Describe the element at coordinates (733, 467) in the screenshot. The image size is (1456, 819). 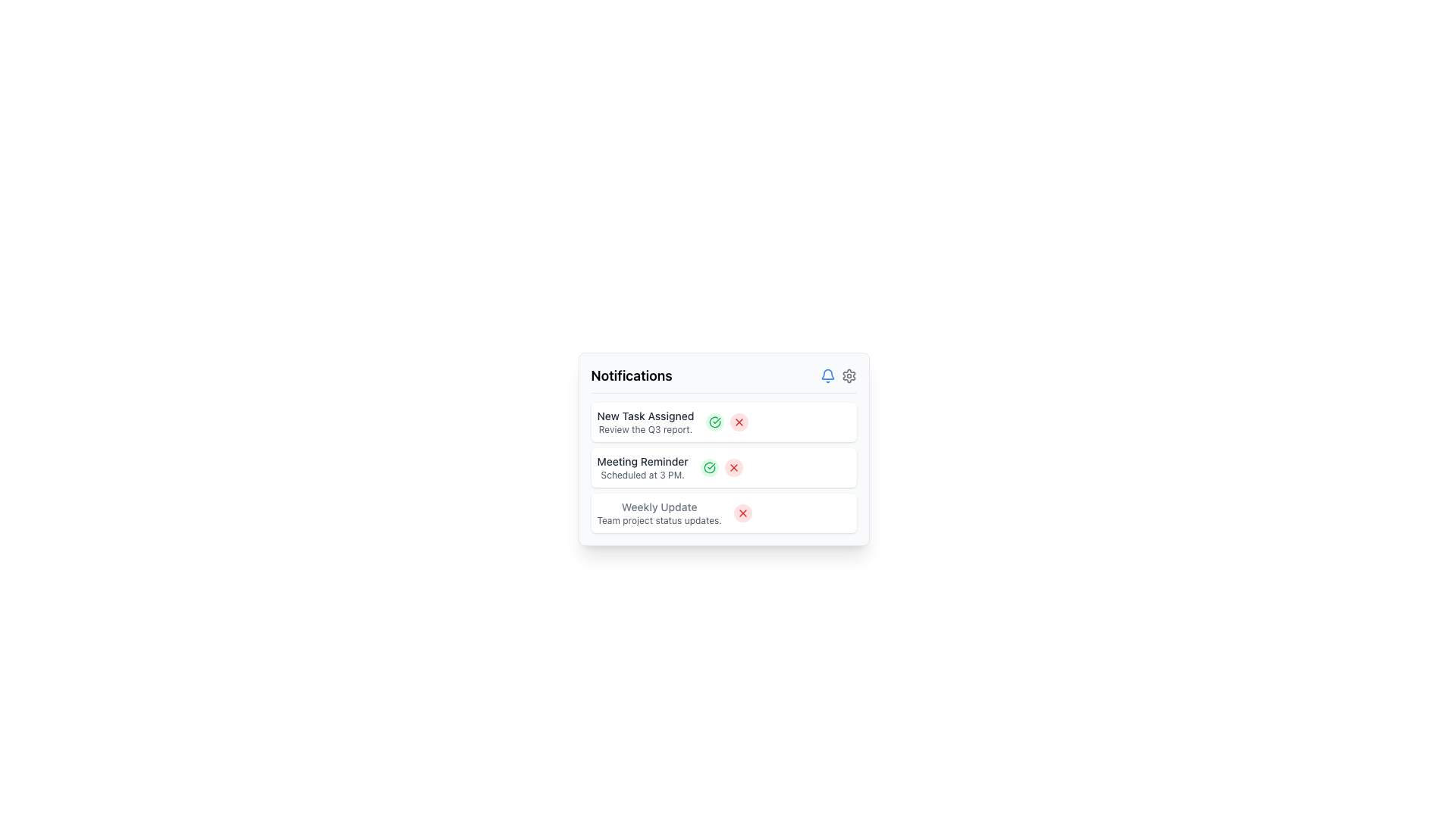
I see `the delete button located to the far right of the 'Meeting Reminder' notification in the notifications list` at that location.